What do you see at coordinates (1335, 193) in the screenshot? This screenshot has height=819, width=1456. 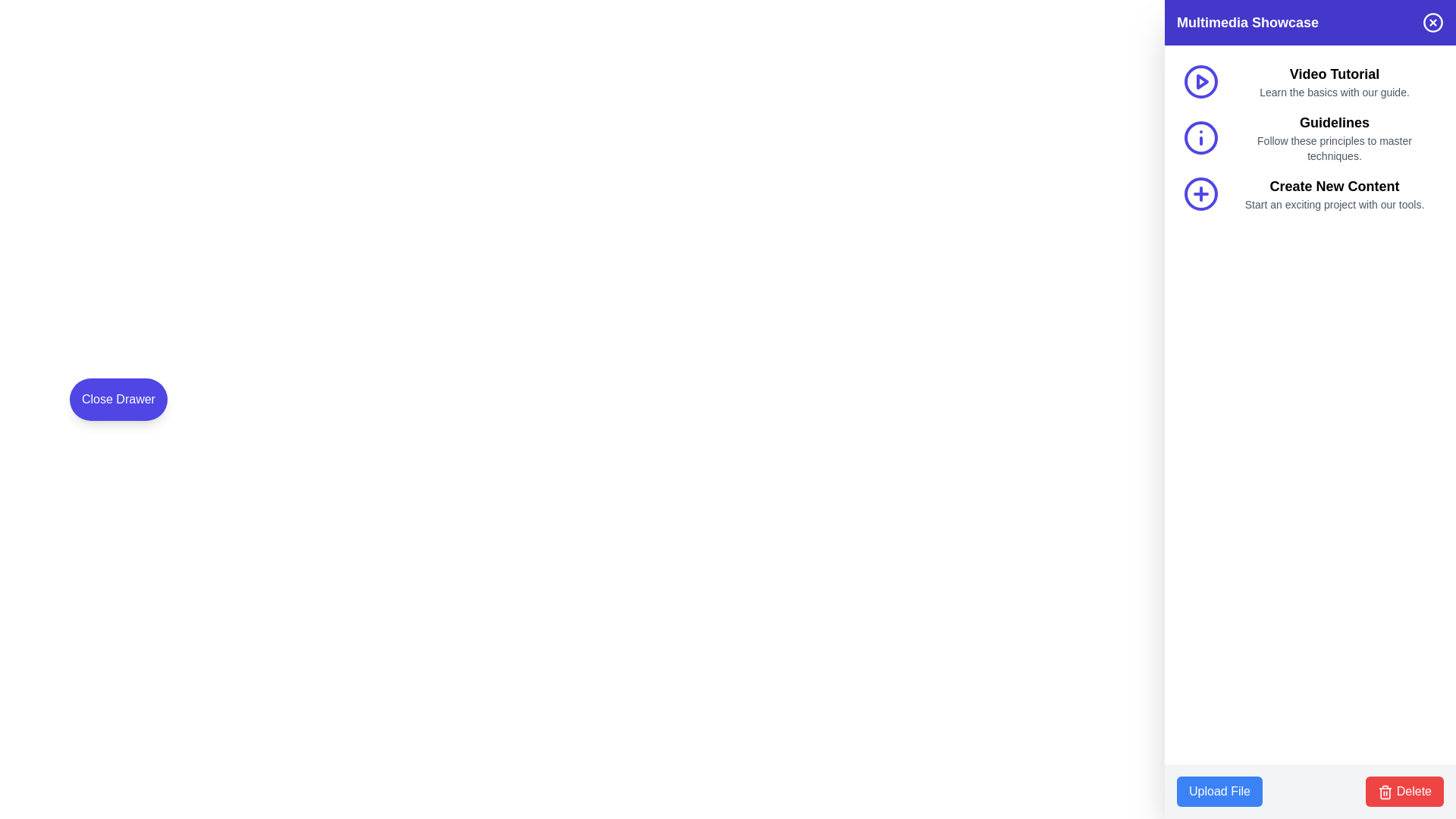 I see `the text block component that includes the heading 'Create New Content' and the subtitle 'Start an exciting project with our tools', which is the third item in the vertical list on the right-hand panel` at bounding box center [1335, 193].